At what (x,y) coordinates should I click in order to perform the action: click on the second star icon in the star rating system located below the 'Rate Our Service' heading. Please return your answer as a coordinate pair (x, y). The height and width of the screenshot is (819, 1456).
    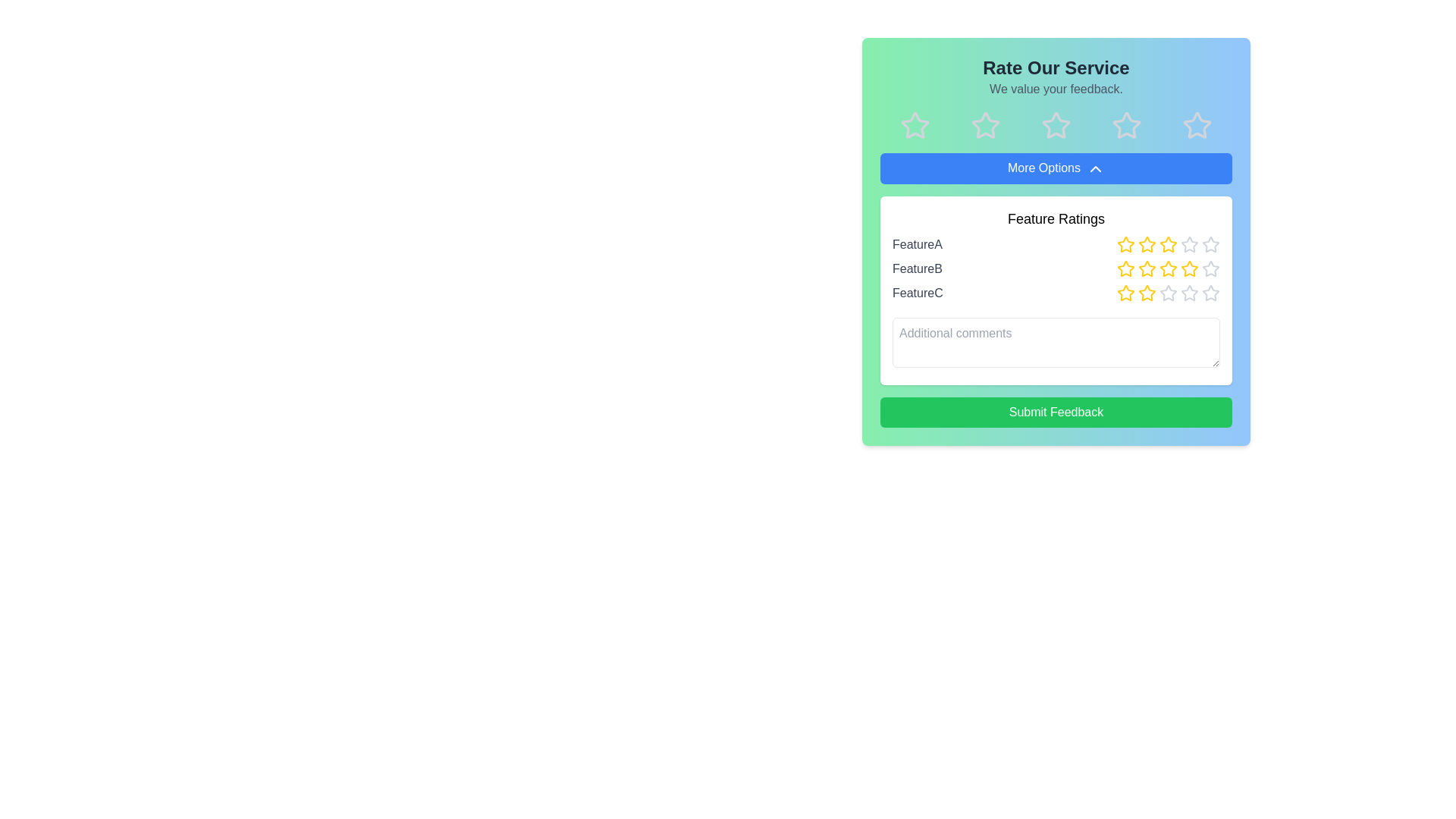
    Looking at the image, I should click on (986, 124).